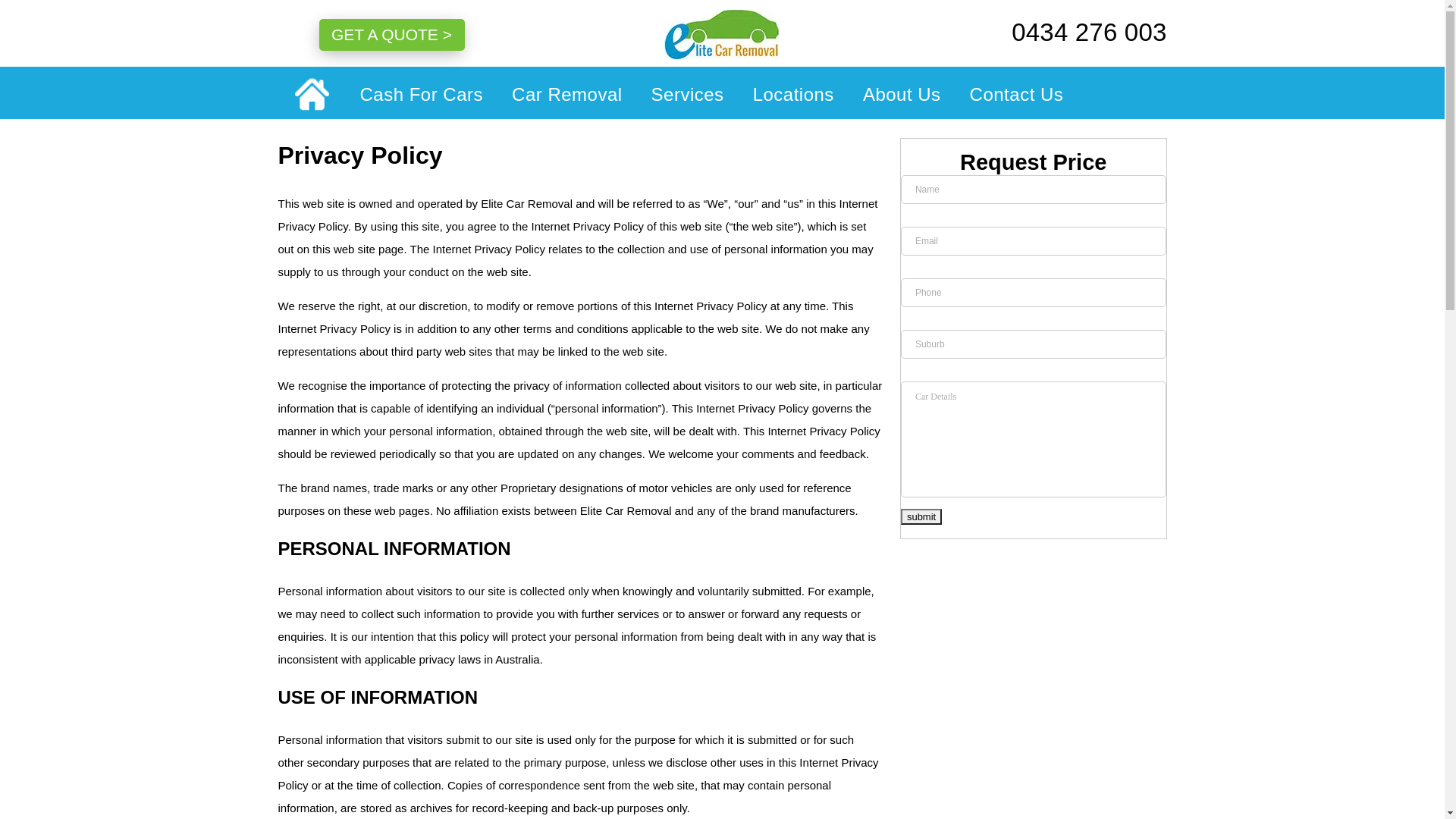 This screenshot has height=819, width=1456. What do you see at coordinates (566, 93) in the screenshot?
I see `'Car Removal'` at bounding box center [566, 93].